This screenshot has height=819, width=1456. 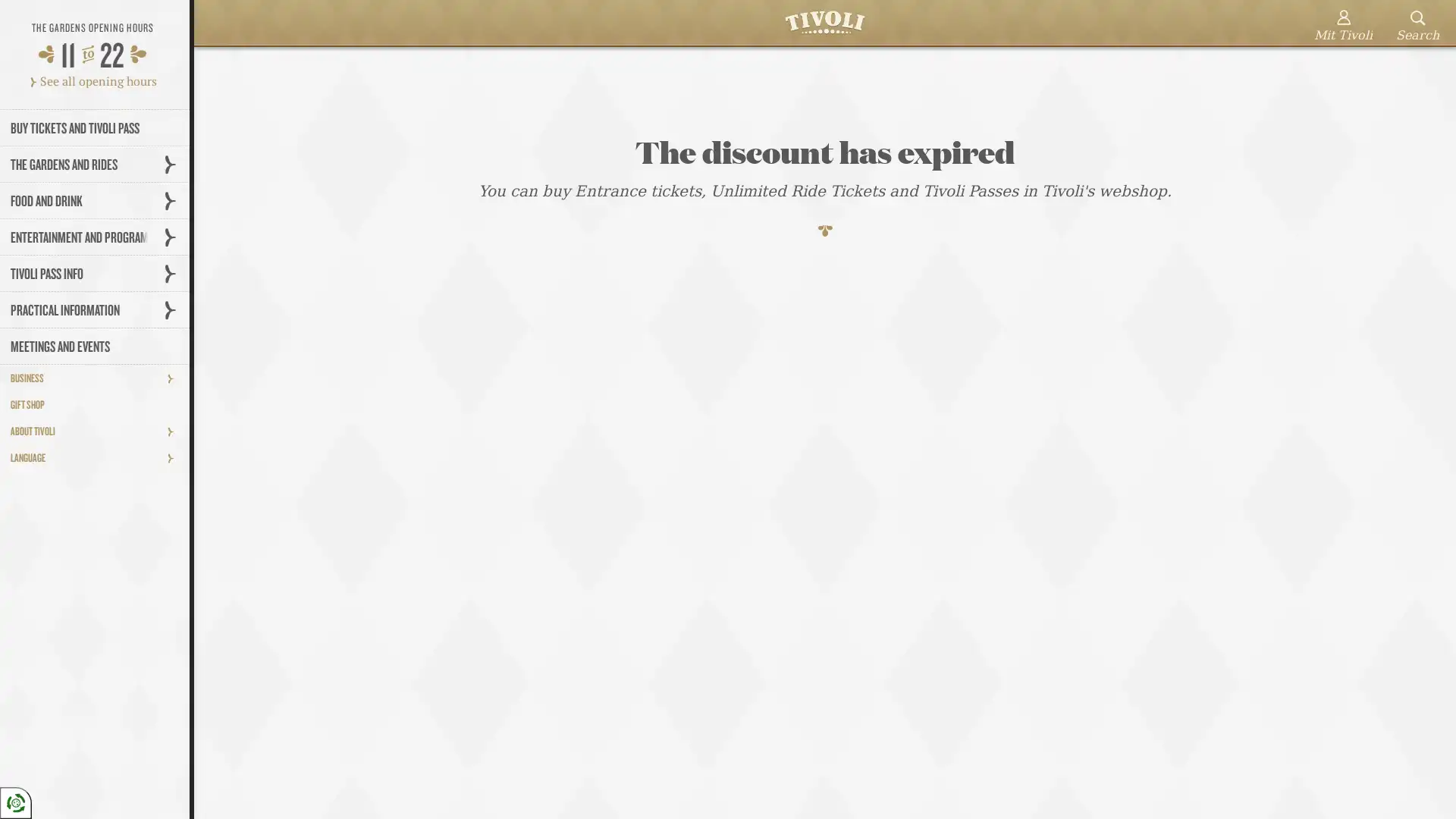 I want to click on Food and drink, so click(x=174, y=199).